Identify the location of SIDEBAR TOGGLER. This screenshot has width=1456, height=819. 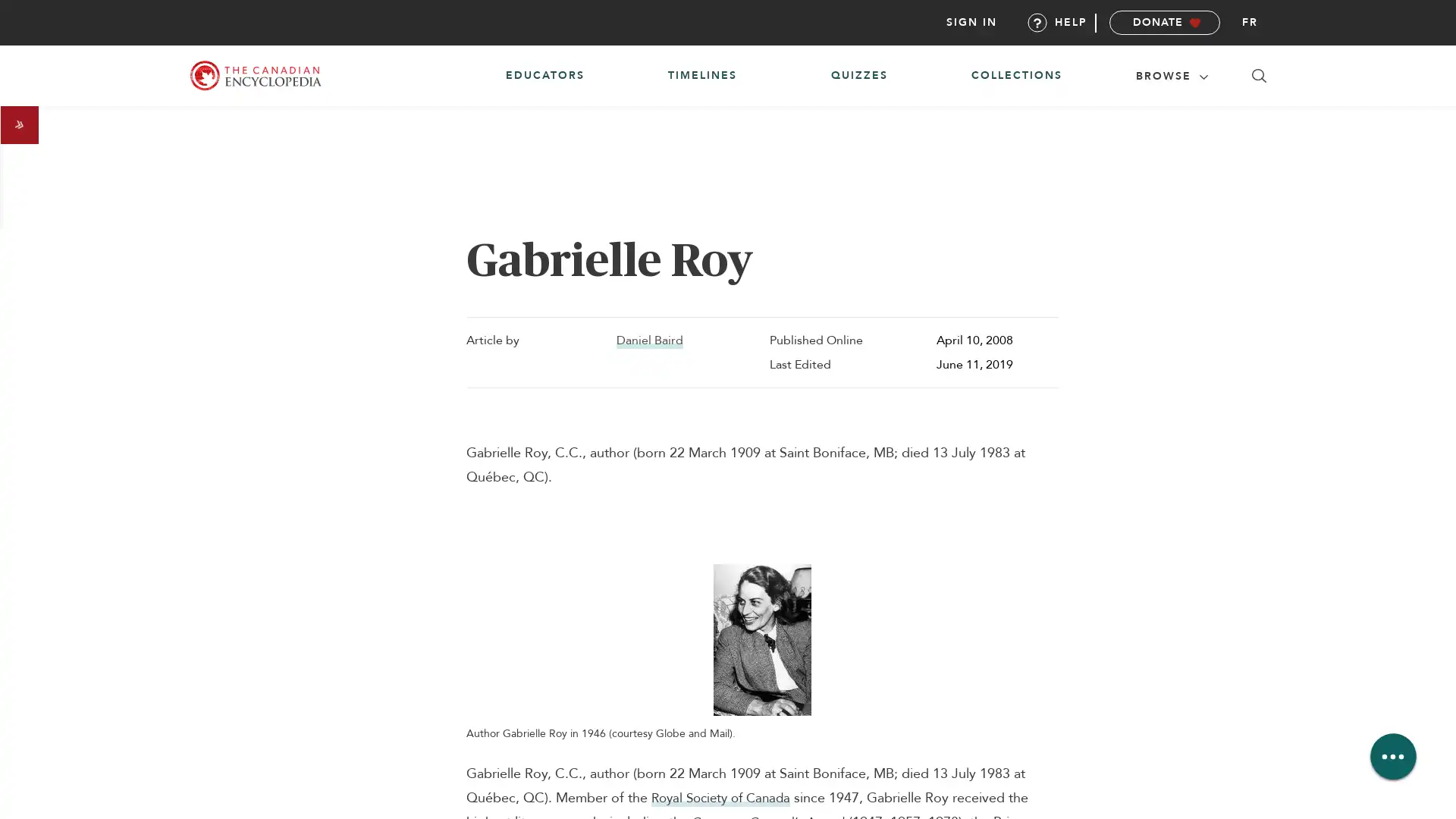
(19, 124).